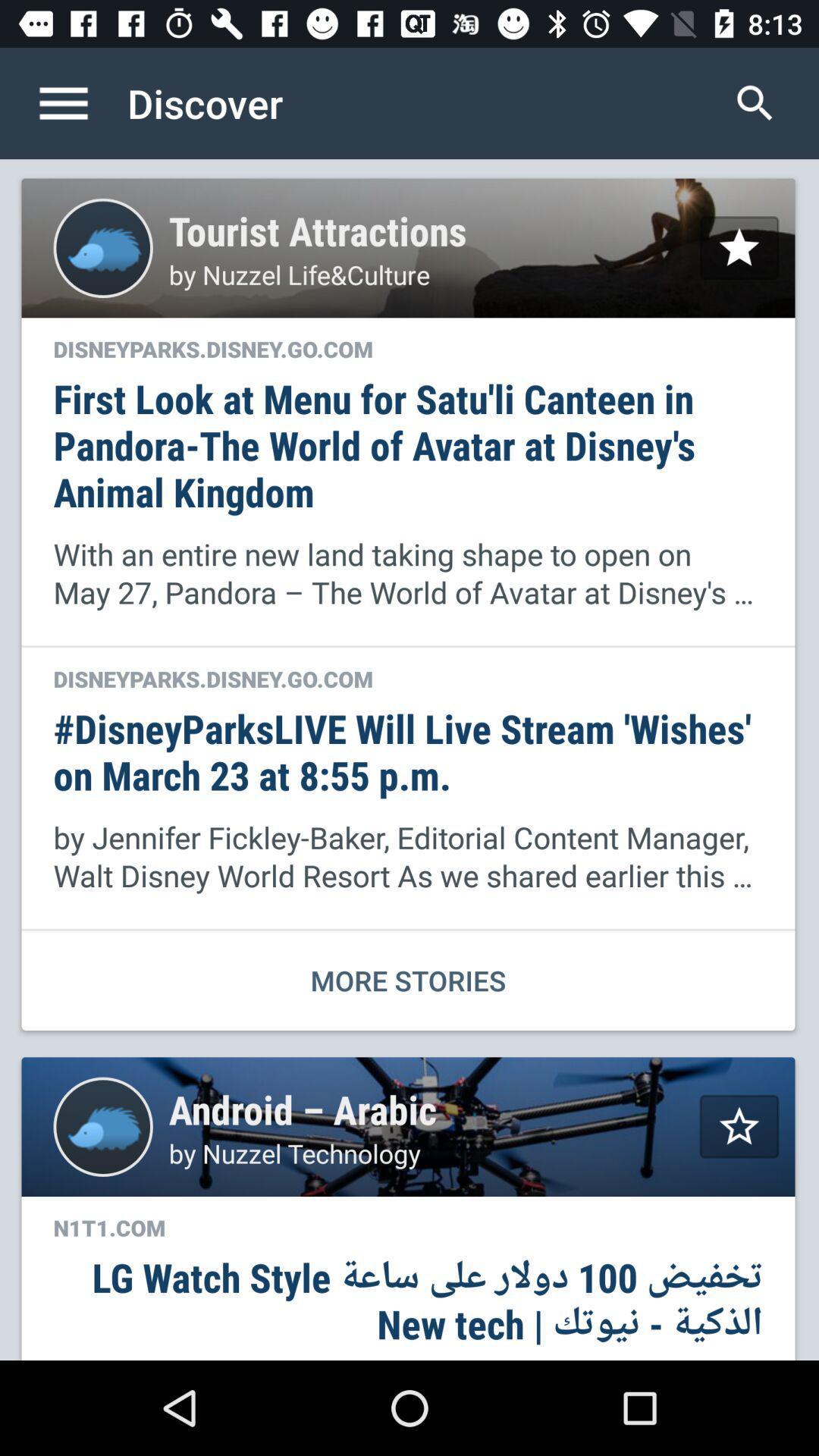 The width and height of the screenshot is (819, 1456). What do you see at coordinates (739, 247) in the screenshot?
I see `star selection` at bounding box center [739, 247].